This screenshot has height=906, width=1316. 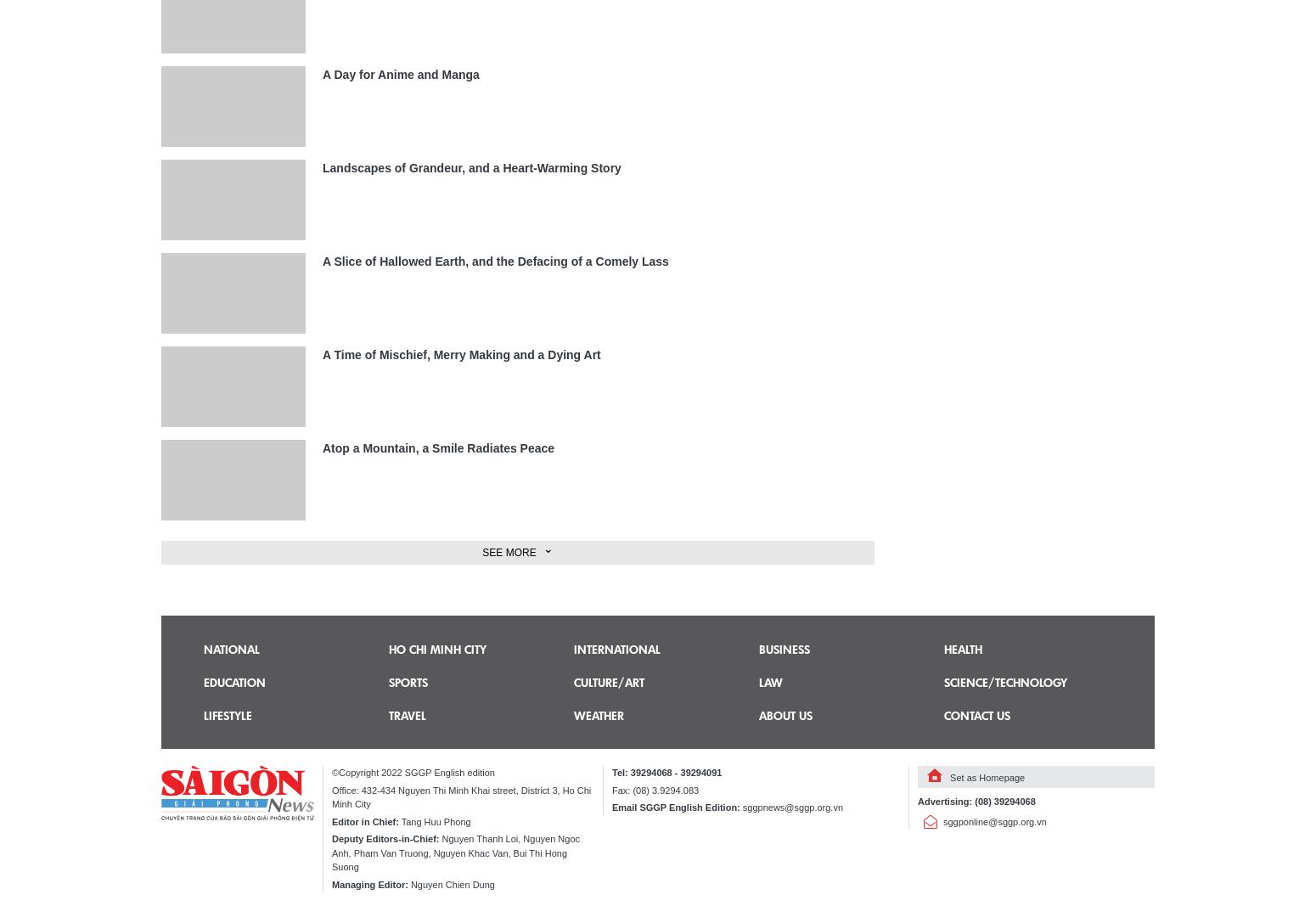 What do you see at coordinates (785, 714) in the screenshot?
I see `'About us'` at bounding box center [785, 714].